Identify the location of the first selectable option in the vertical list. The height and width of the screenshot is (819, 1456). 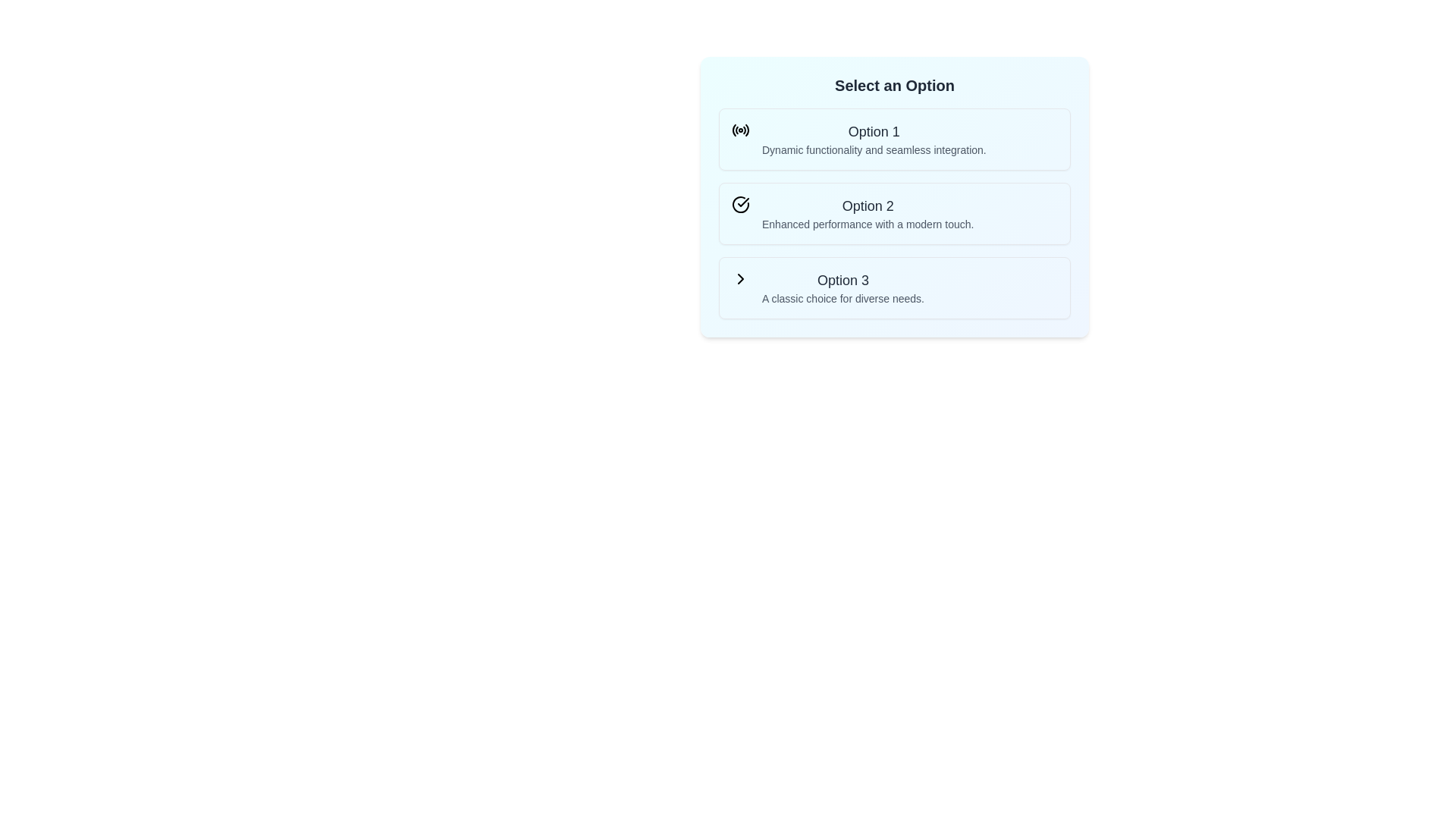
(895, 140).